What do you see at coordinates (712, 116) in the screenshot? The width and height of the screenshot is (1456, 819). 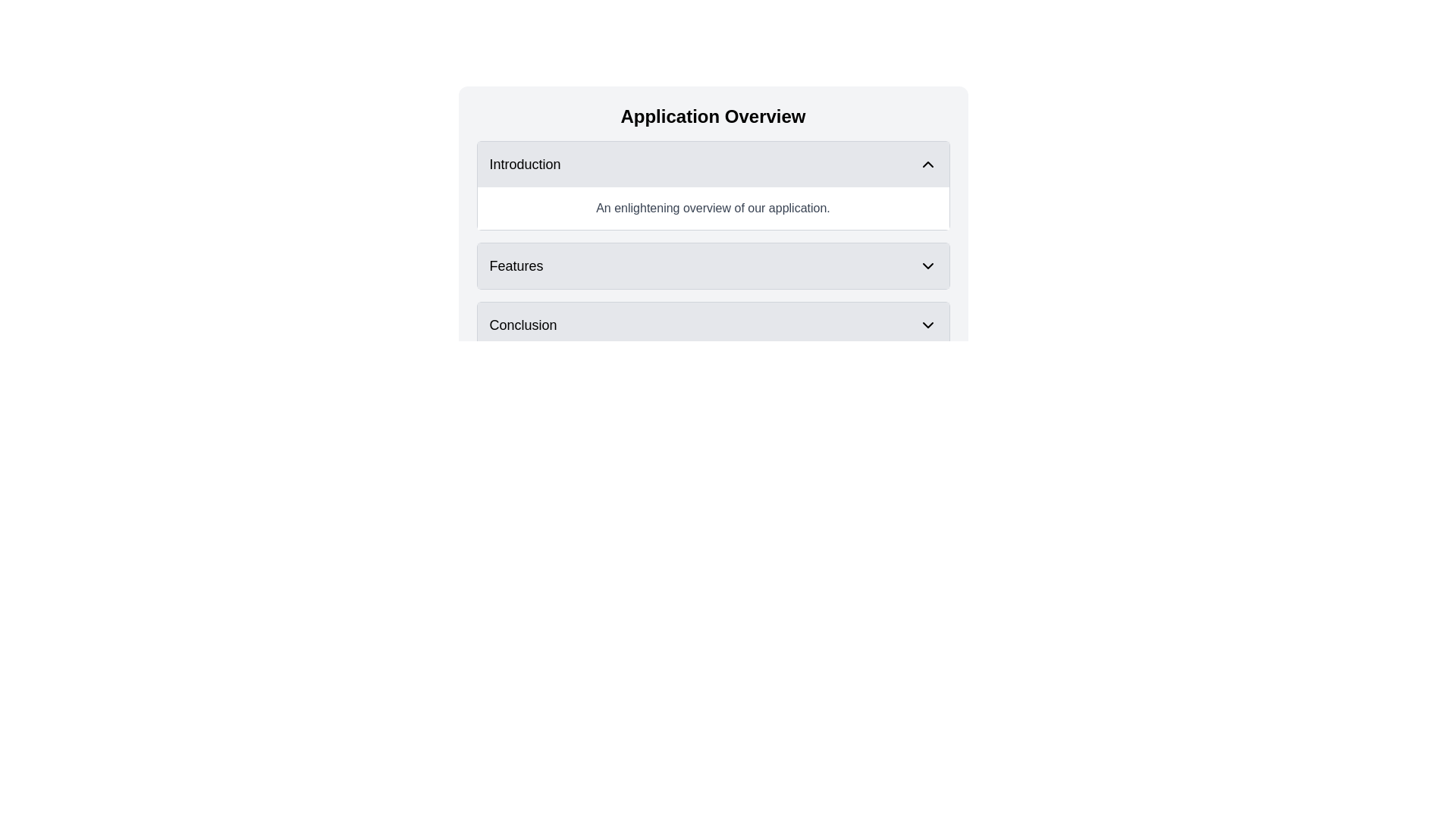 I see `the Text (Heading) element that serves as a title for the section, providing context about the contents below` at bounding box center [712, 116].